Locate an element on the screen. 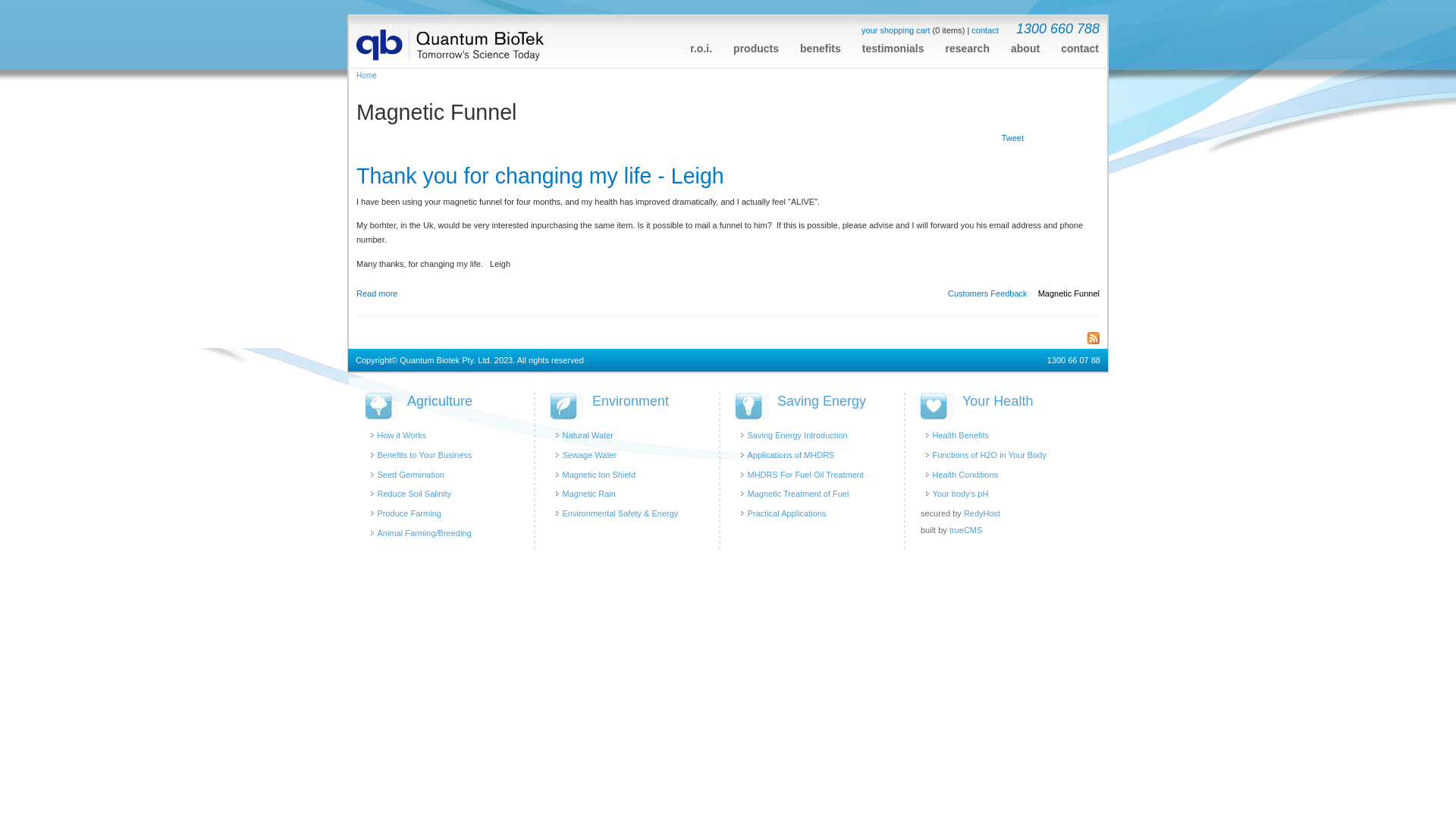  'Tweet' is located at coordinates (1012, 138).